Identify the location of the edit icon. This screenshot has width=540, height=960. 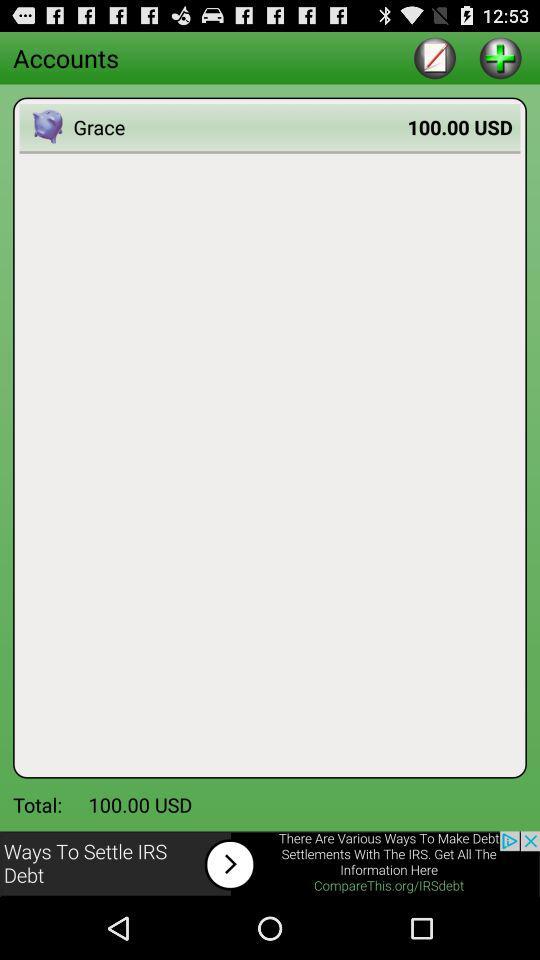
(434, 61).